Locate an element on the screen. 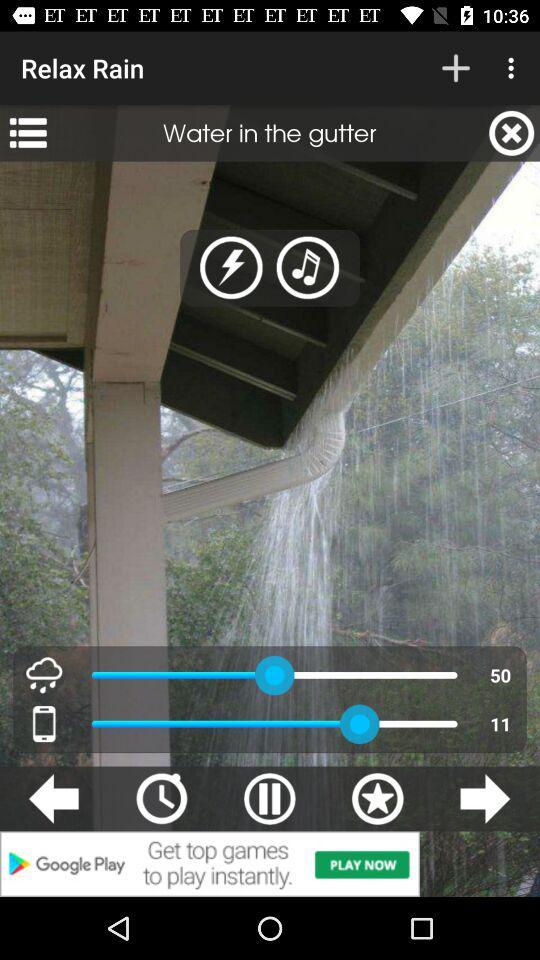 The height and width of the screenshot is (960, 540). app next to the water in the app is located at coordinates (27, 132).